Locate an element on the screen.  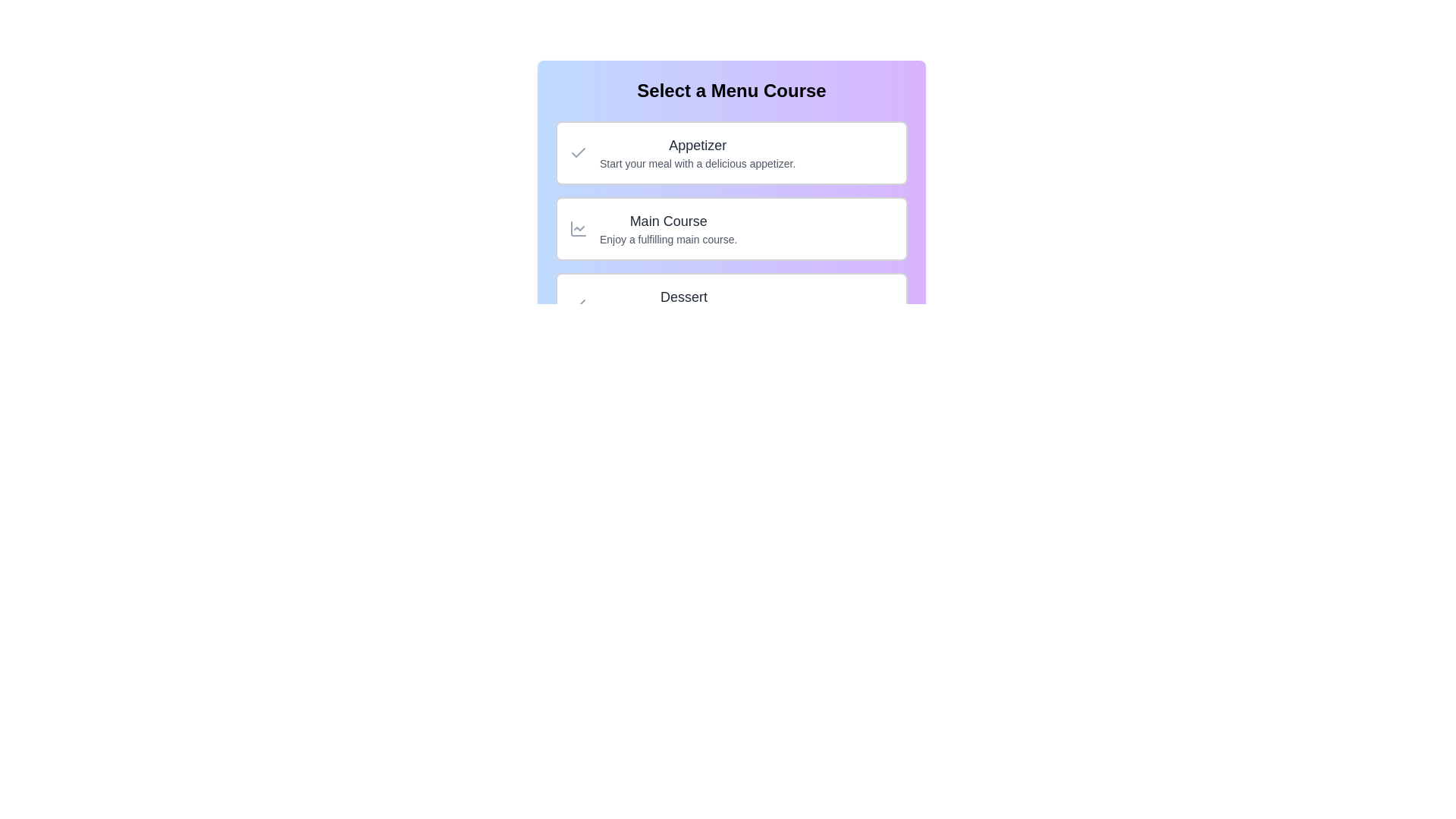
the static text label that serves as the title for the 'Main Course' section in the menu interface is located at coordinates (667, 221).